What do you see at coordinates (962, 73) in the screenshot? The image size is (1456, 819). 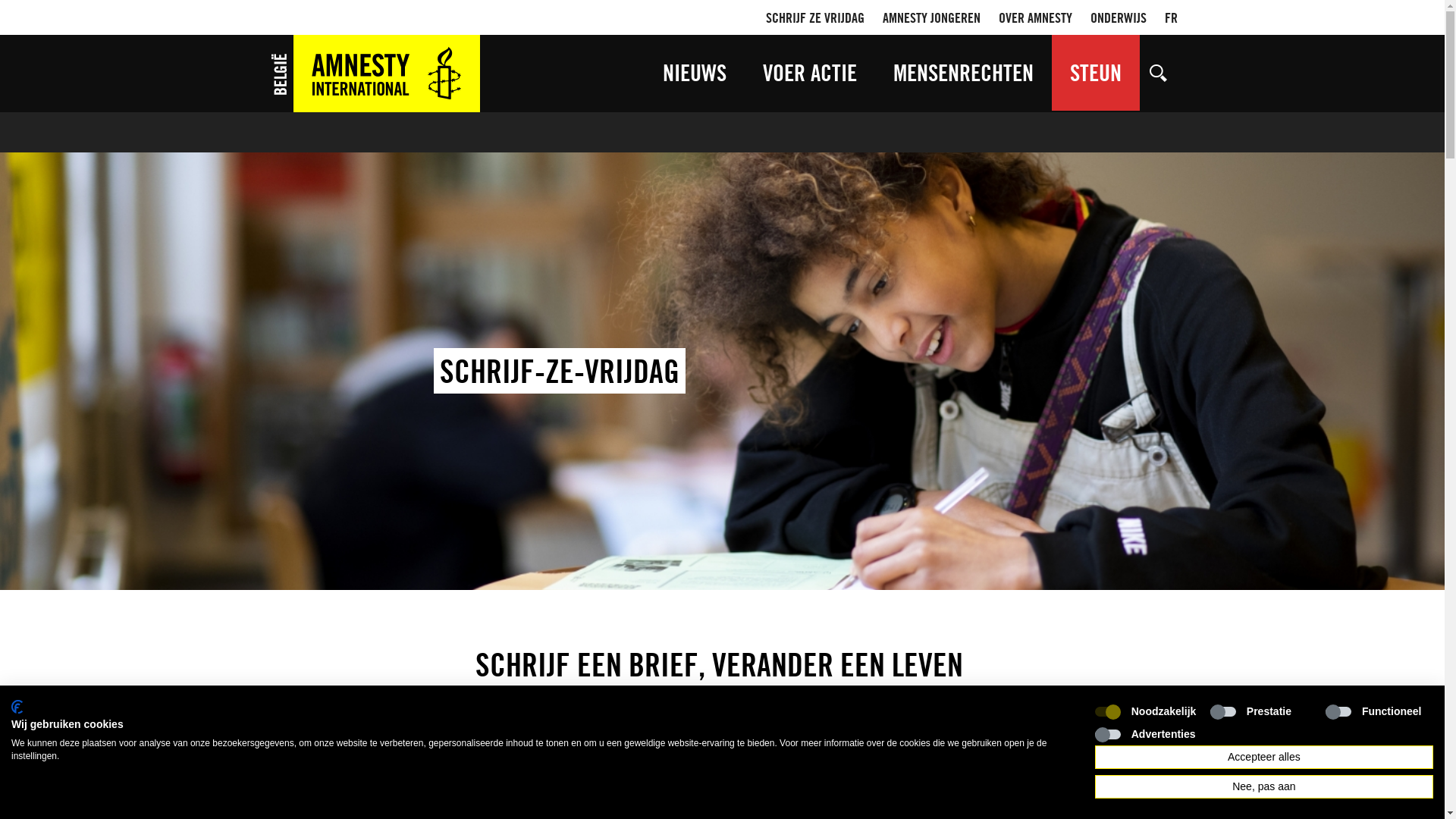 I see `'MENSENRECHTEN'` at bounding box center [962, 73].